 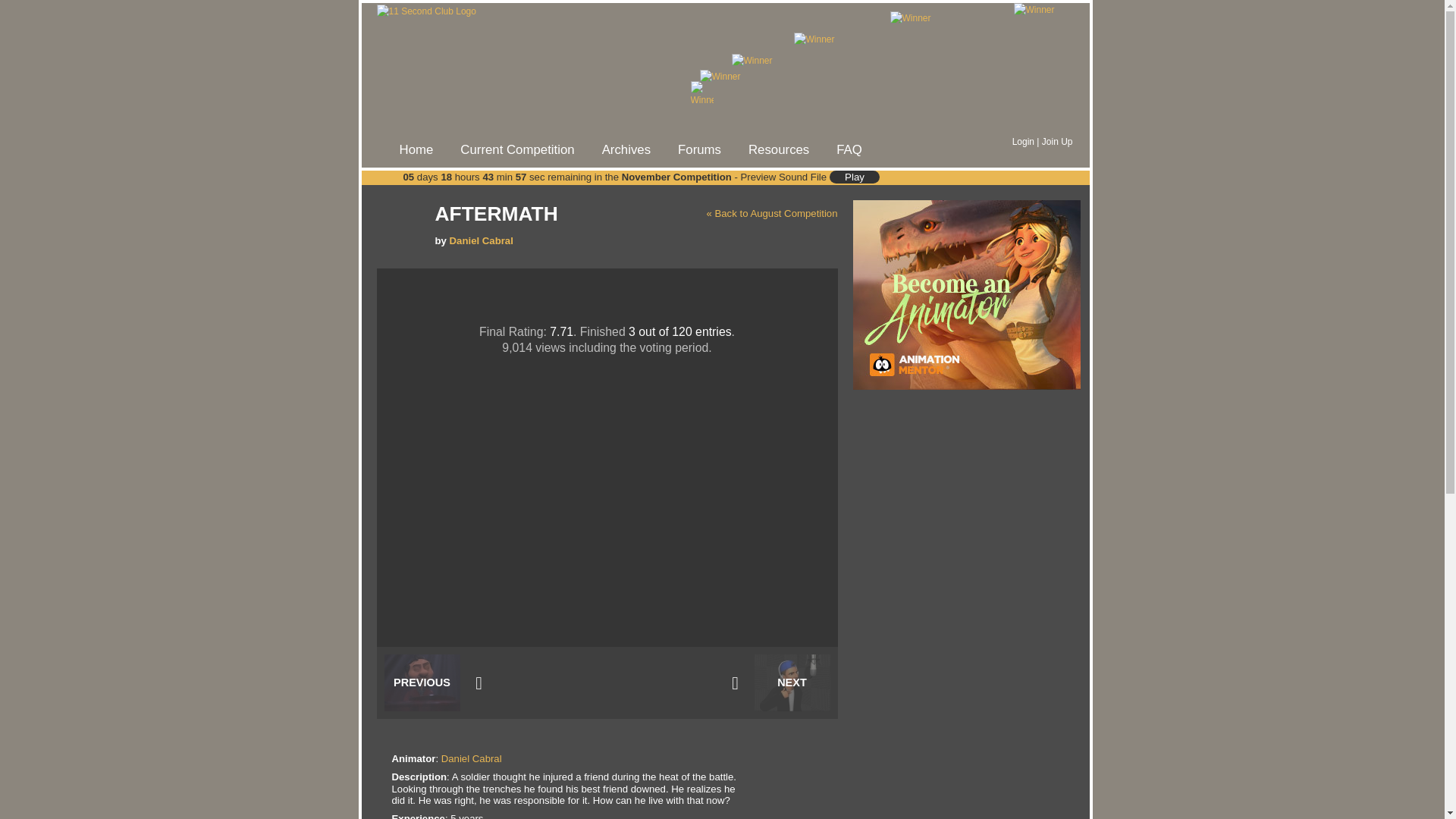 What do you see at coordinates (779, 149) in the screenshot?
I see `'Resources'` at bounding box center [779, 149].